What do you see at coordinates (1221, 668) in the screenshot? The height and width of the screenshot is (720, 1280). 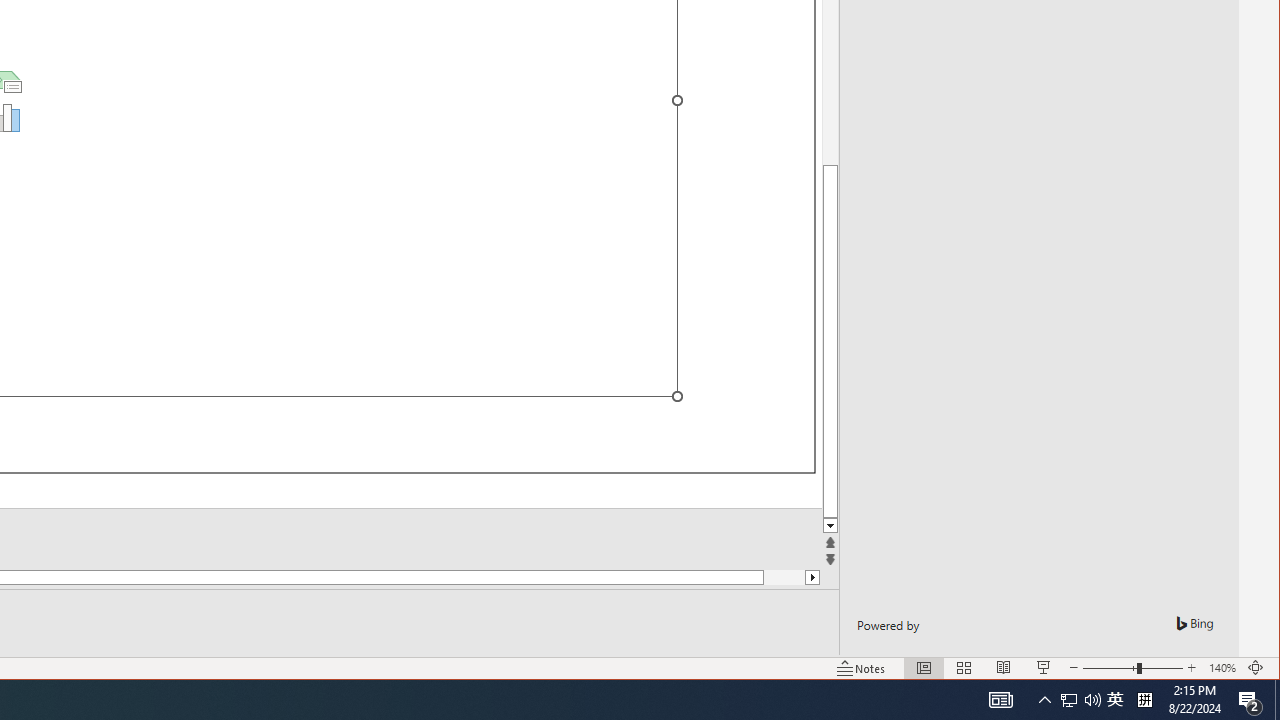 I see `'Zoom 140%'` at bounding box center [1221, 668].